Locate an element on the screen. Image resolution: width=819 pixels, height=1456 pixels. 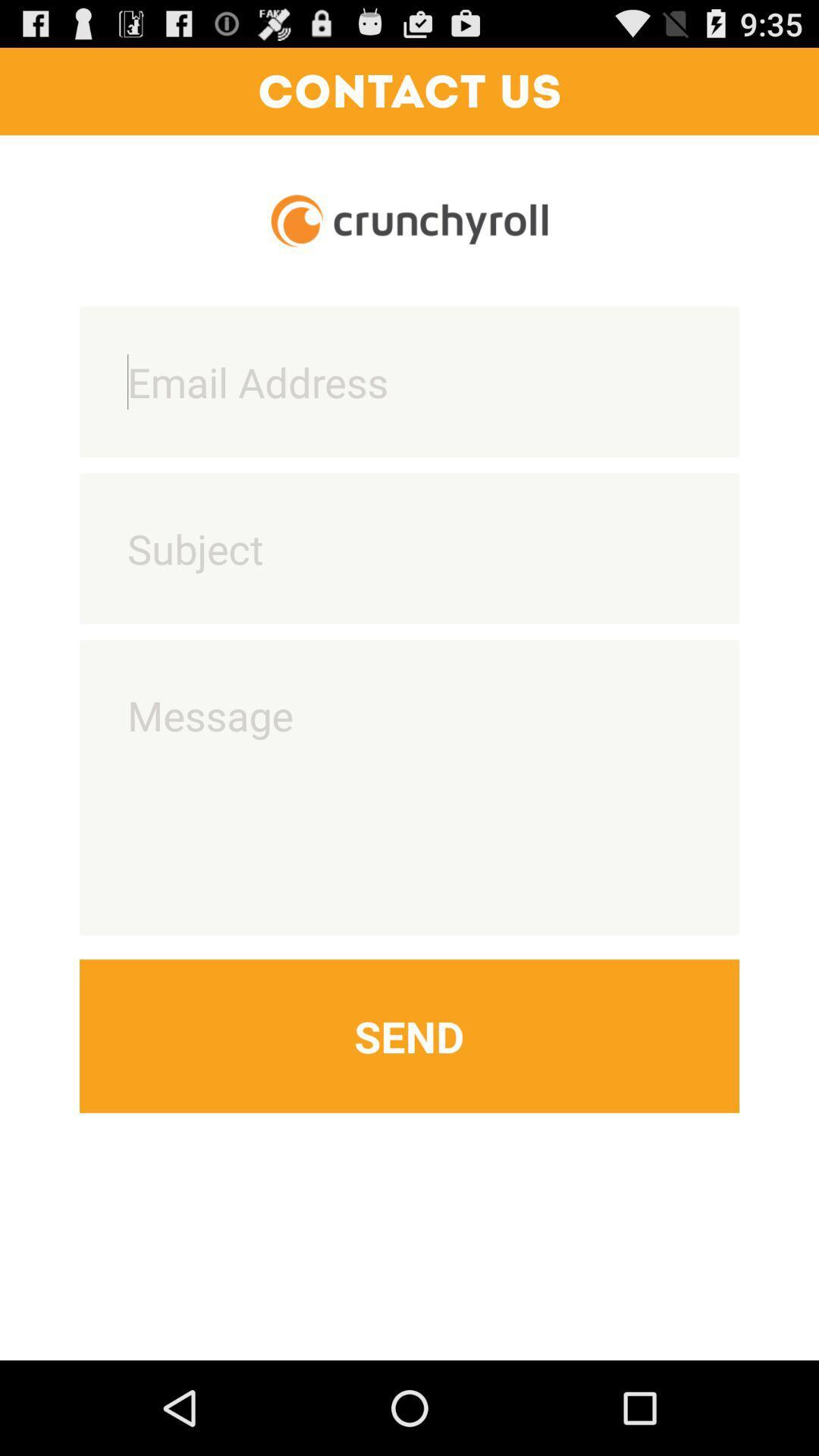
subject text entry box is located at coordinates (409, 548).